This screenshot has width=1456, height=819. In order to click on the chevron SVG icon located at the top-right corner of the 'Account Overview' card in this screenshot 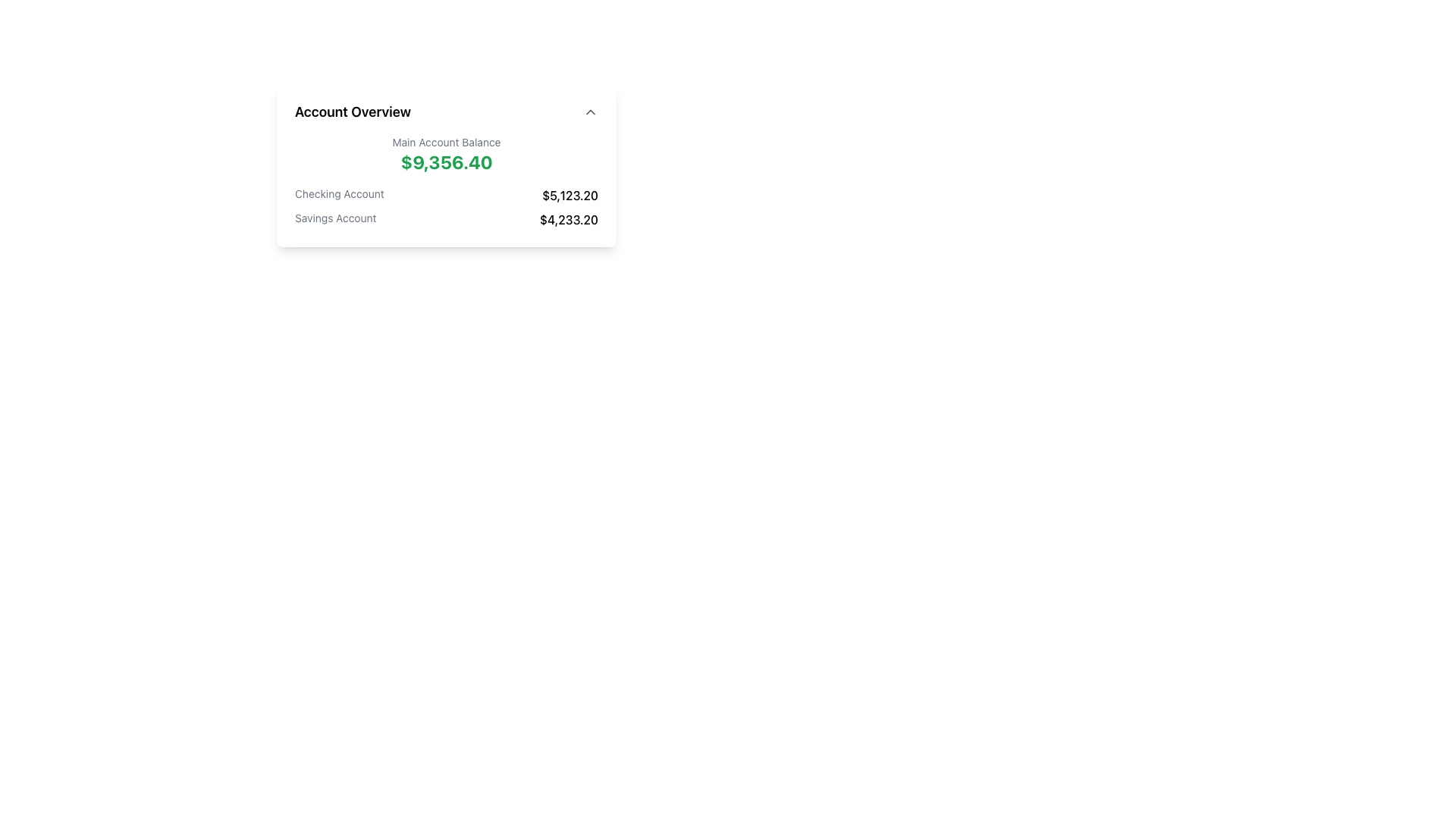, I will do `click(589, 111)`.